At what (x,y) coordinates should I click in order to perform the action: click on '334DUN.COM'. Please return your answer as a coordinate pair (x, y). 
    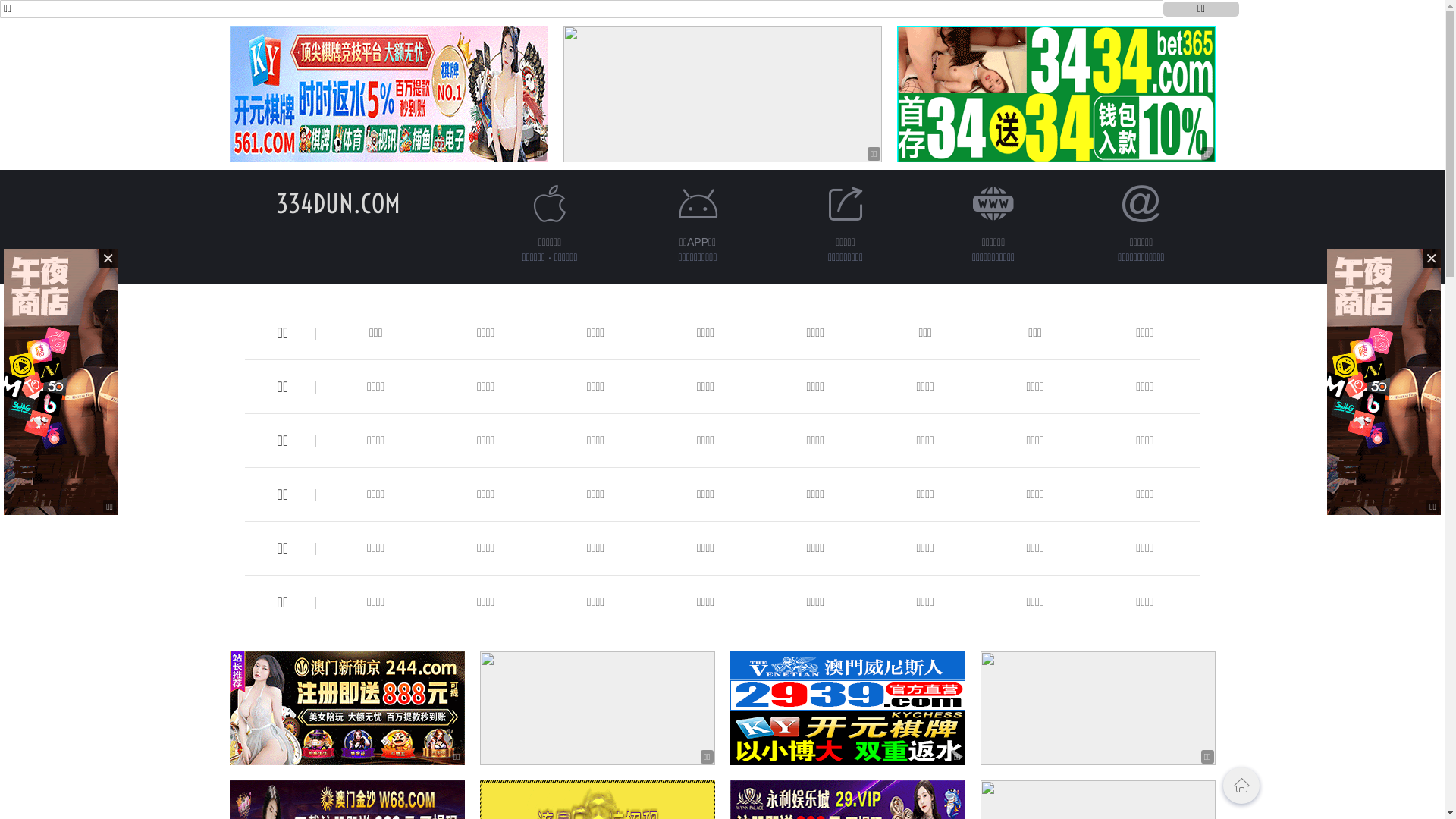
    Looking at the image, I should click on (276, 202).